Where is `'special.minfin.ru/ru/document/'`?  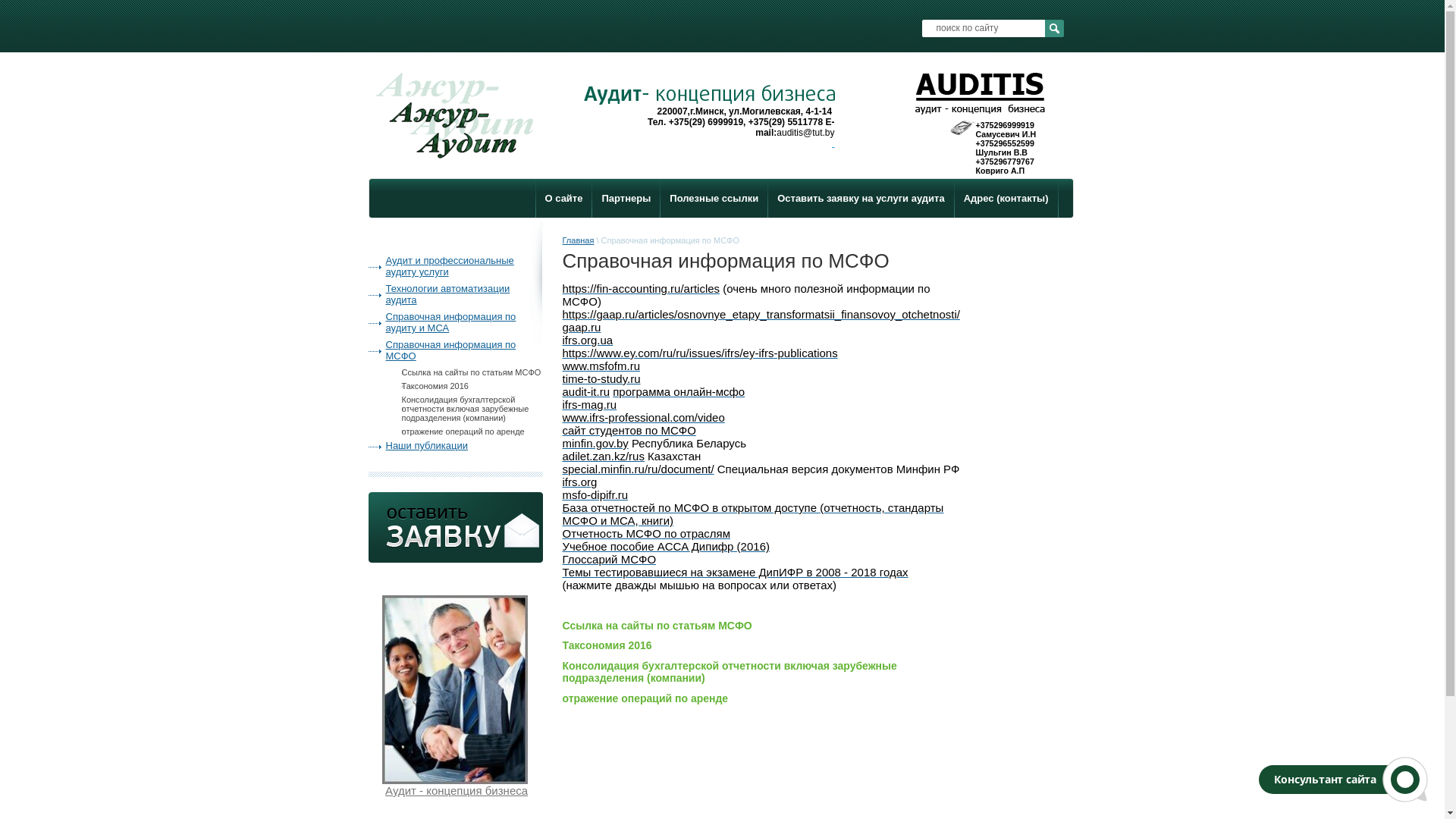 'special.minfin.ru/ru/document/' is located at coordinates (638, 468).